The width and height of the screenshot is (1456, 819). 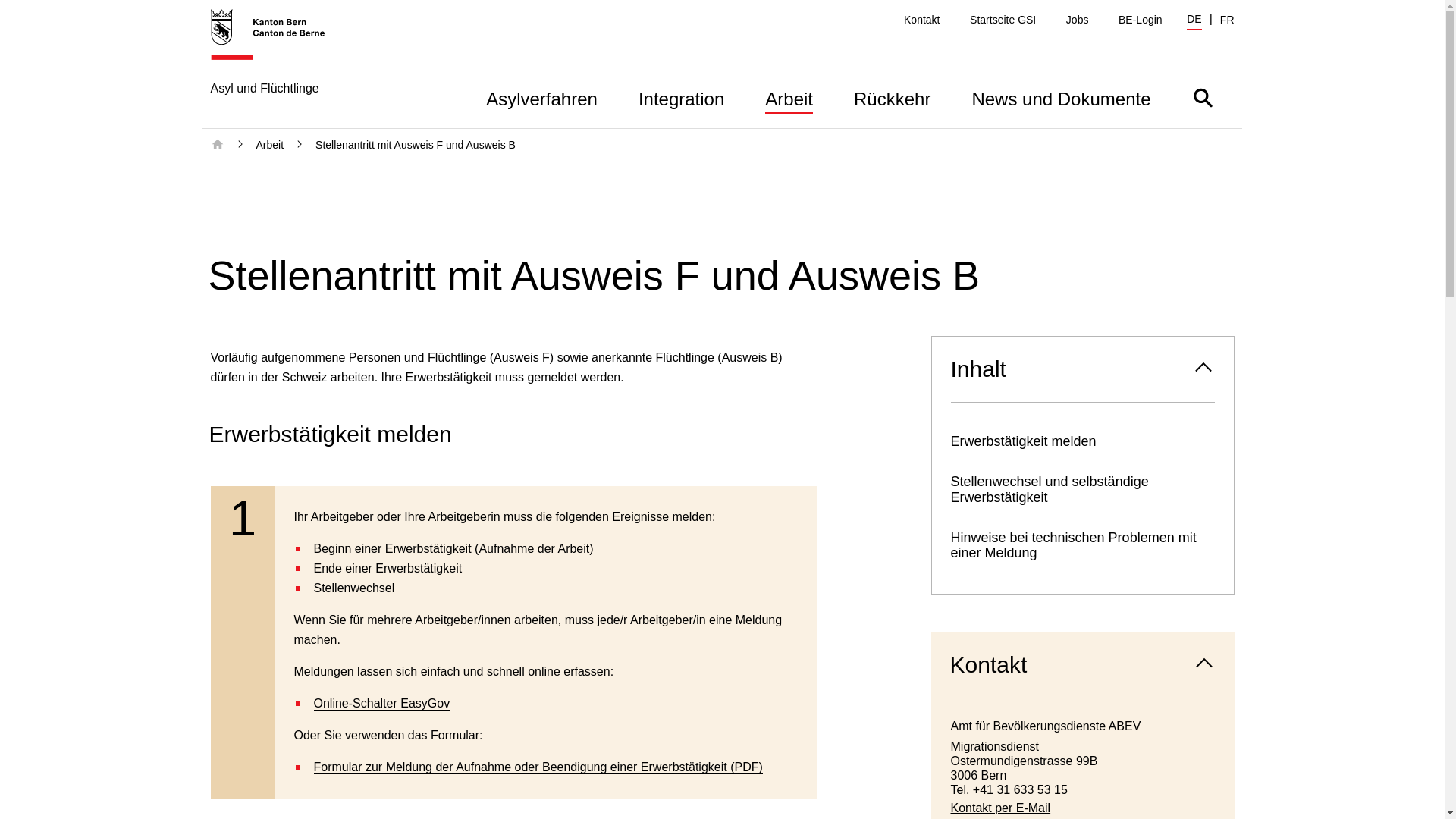 I want to click on 'Tel. +41 31 633 53 15', so click(x=1081, y=789).